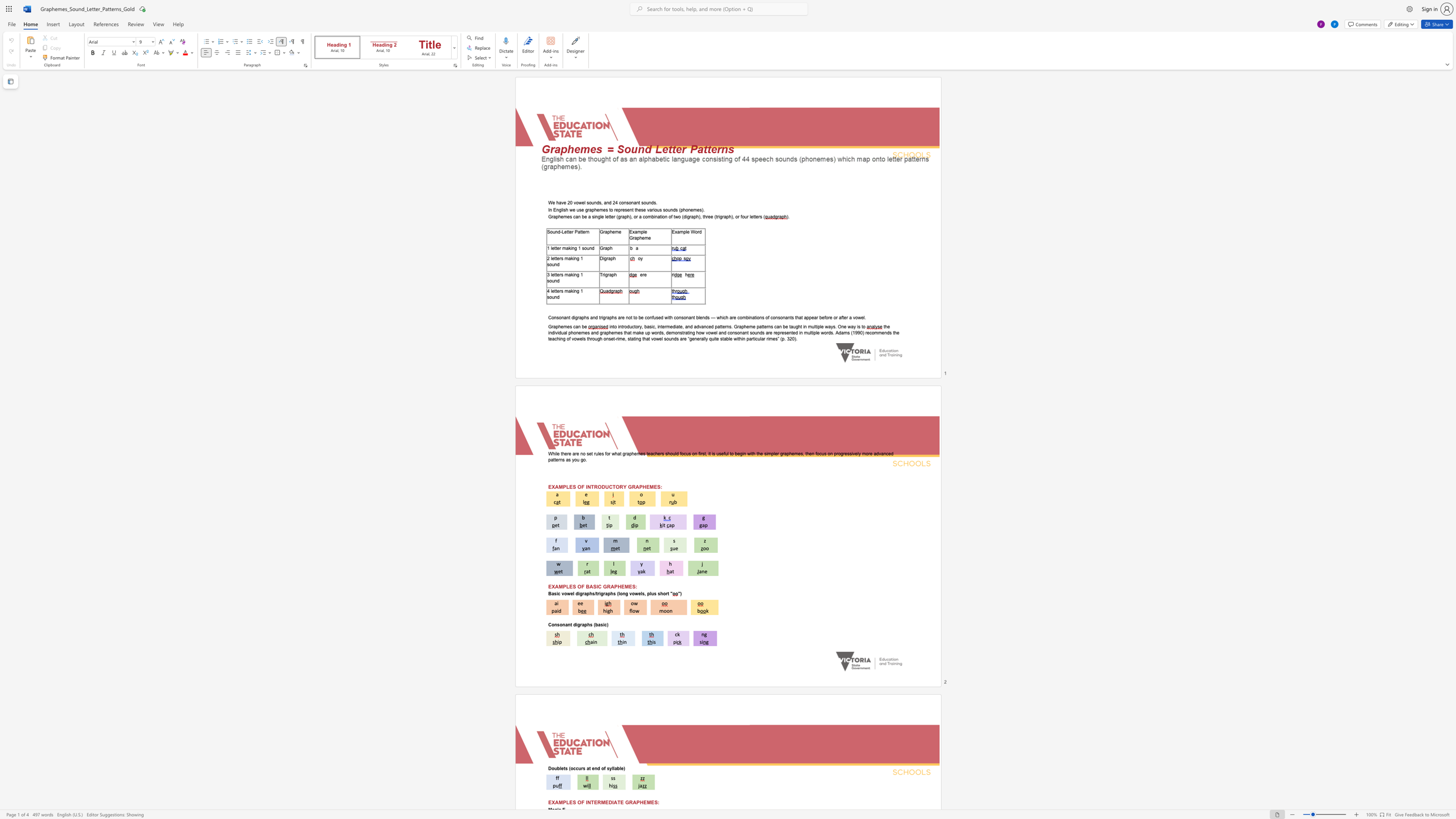  Describe the element at coordinates (632, 802) in the screenshot. I see `the subset text "APHE" within the text "EXAMPLES OF INTERMEDIATE GRAPHEMES:"` at that location.